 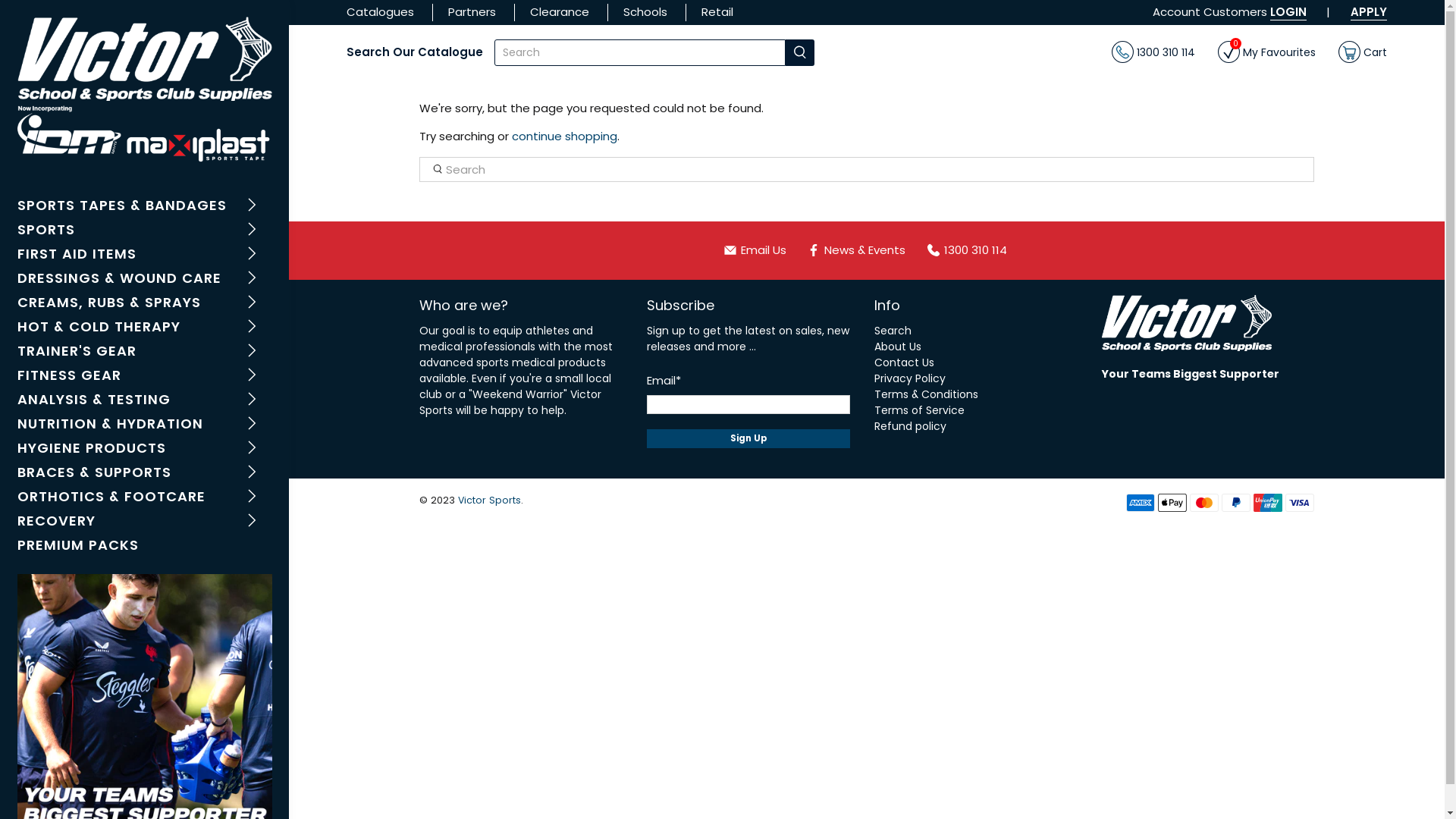 What do you see at coordinates (17, 497) in the screenshot?
I see `'ORTHOTICS & FOOTCARE'` at bounding box center [17, 497].